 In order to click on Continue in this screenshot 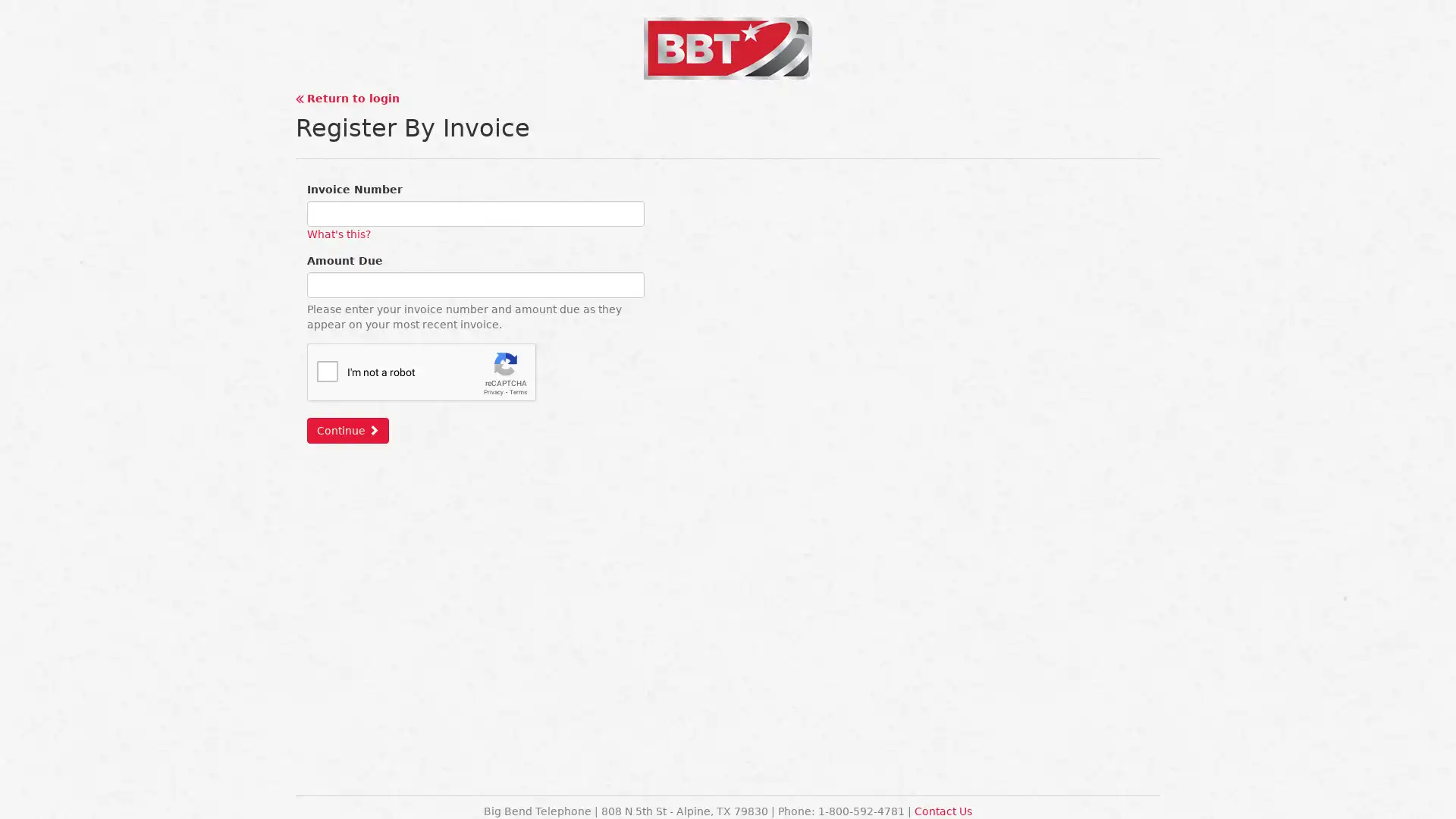, I will do `click(347, 430)`.